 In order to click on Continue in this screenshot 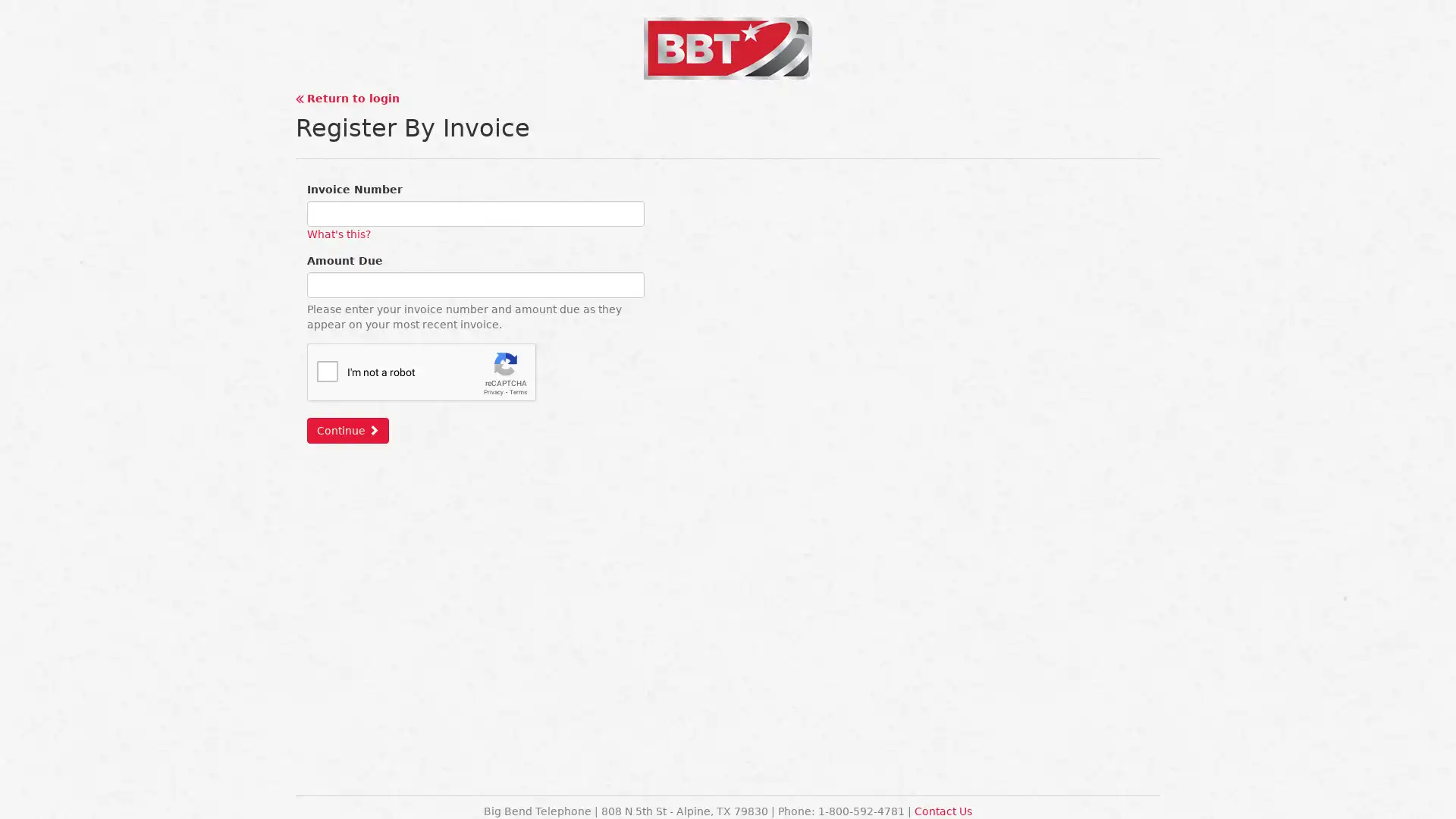, I will do `click(347, 430)`.